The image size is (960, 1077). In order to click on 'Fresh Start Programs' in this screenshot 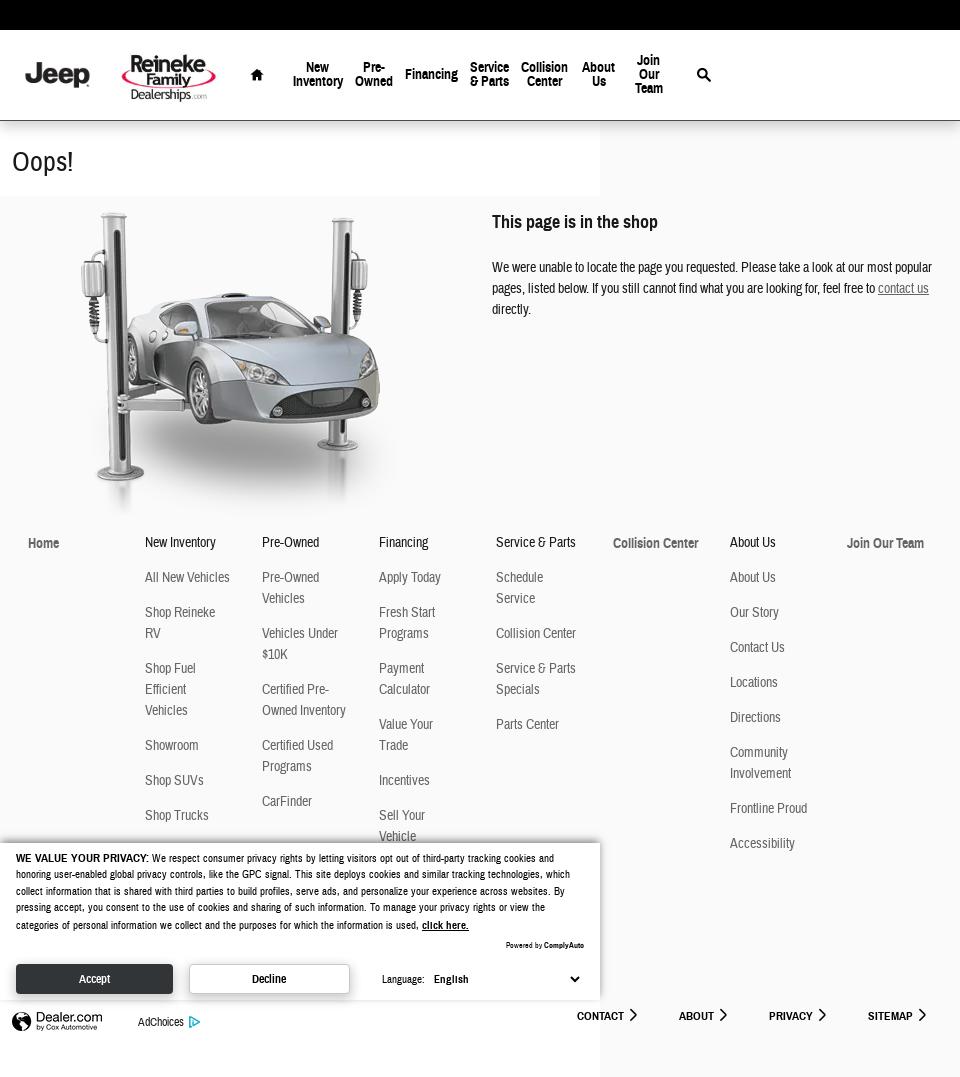, I will do `click(406, 623)`.